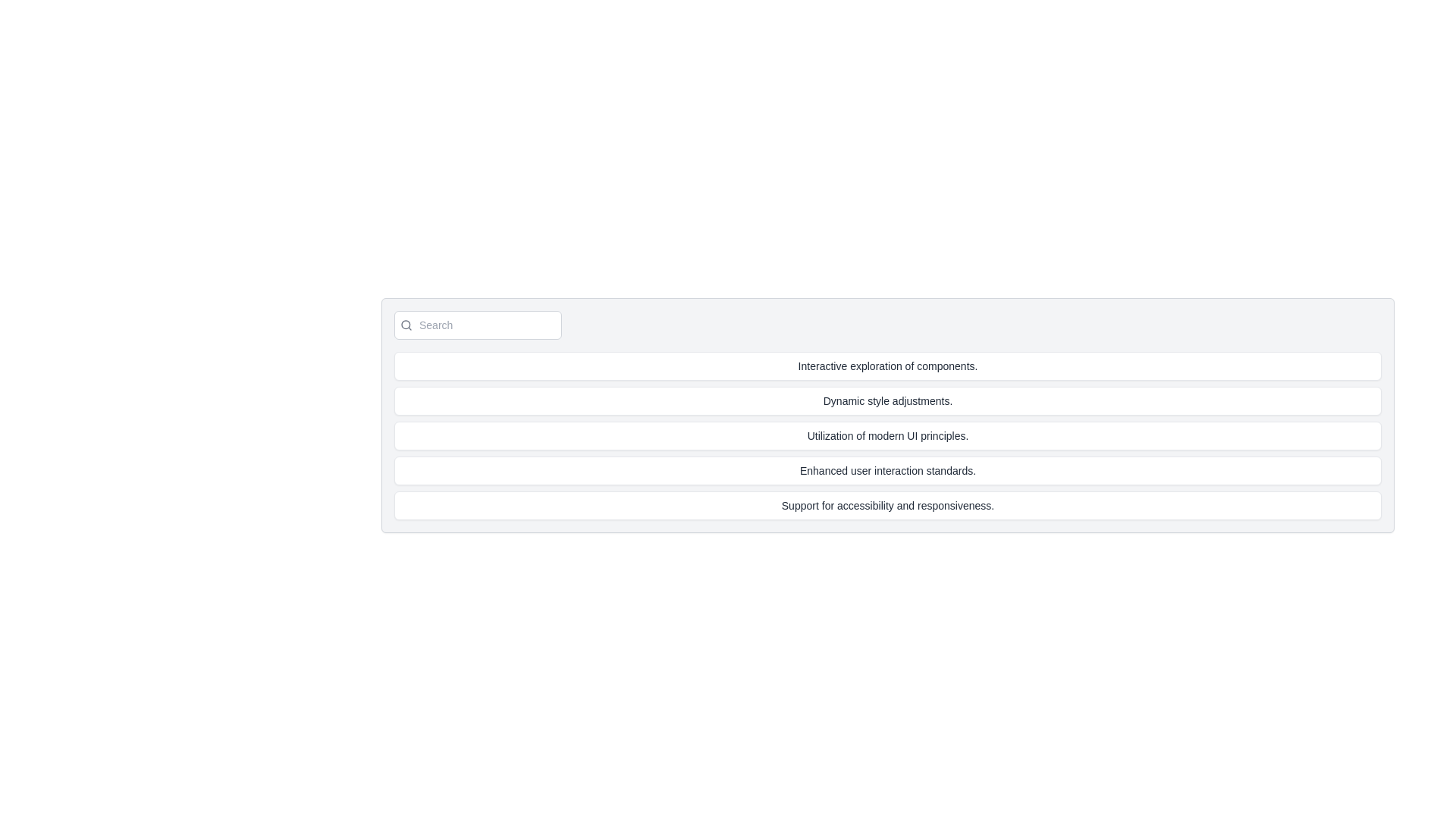 The width and height of the screenshot is (1456, 819). What do you see at coordinates (971, 506) in the screenshot?
I see `the letter 'n' in the text 'Support for accessibility and responsiveness.' which is the last character in a vertical list of textual descriptions` at bounding box center [971, 506].